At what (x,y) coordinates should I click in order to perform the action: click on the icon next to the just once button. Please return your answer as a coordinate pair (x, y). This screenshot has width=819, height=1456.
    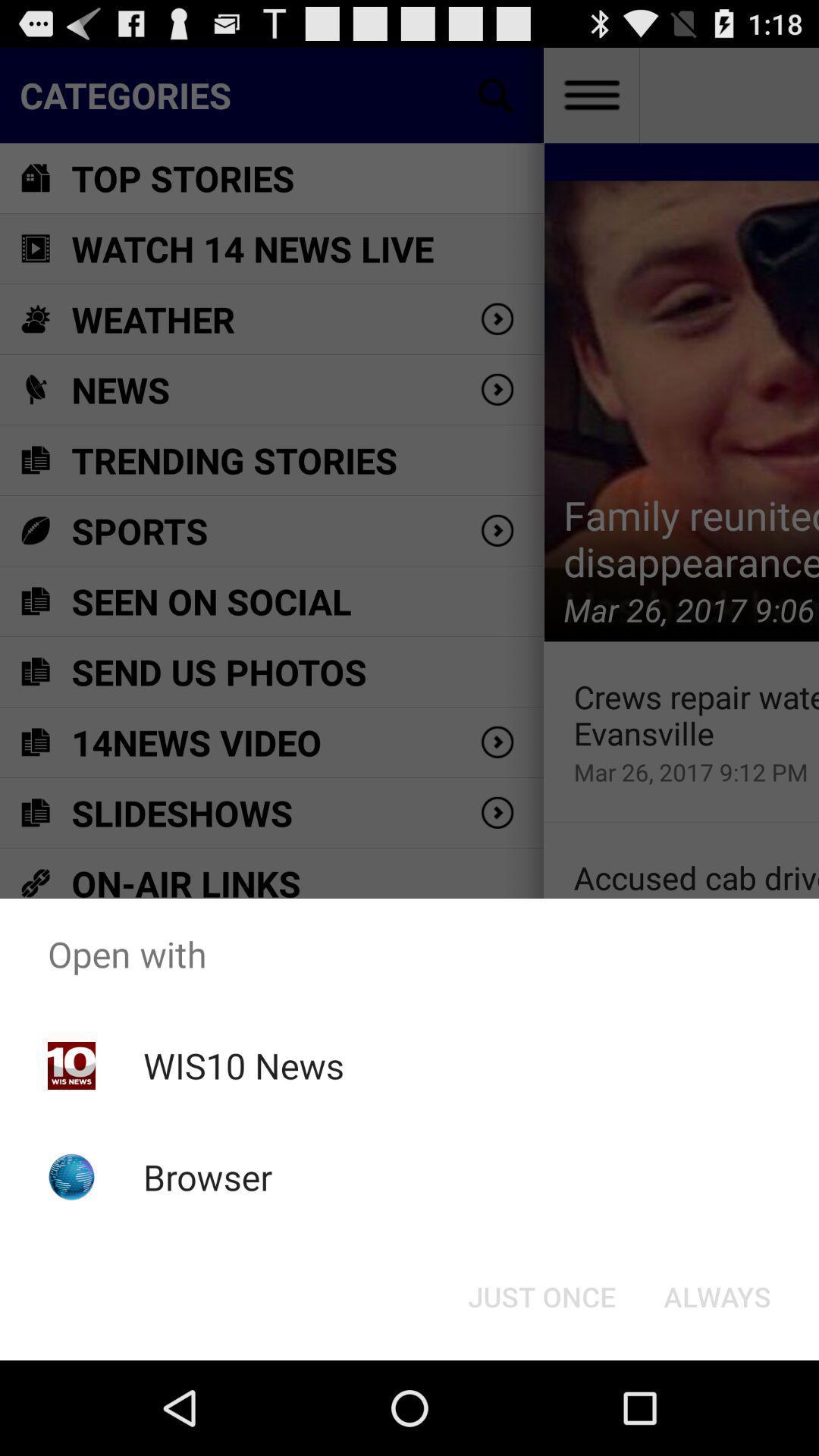
    Looking at the image, I should click on (717, 1295).